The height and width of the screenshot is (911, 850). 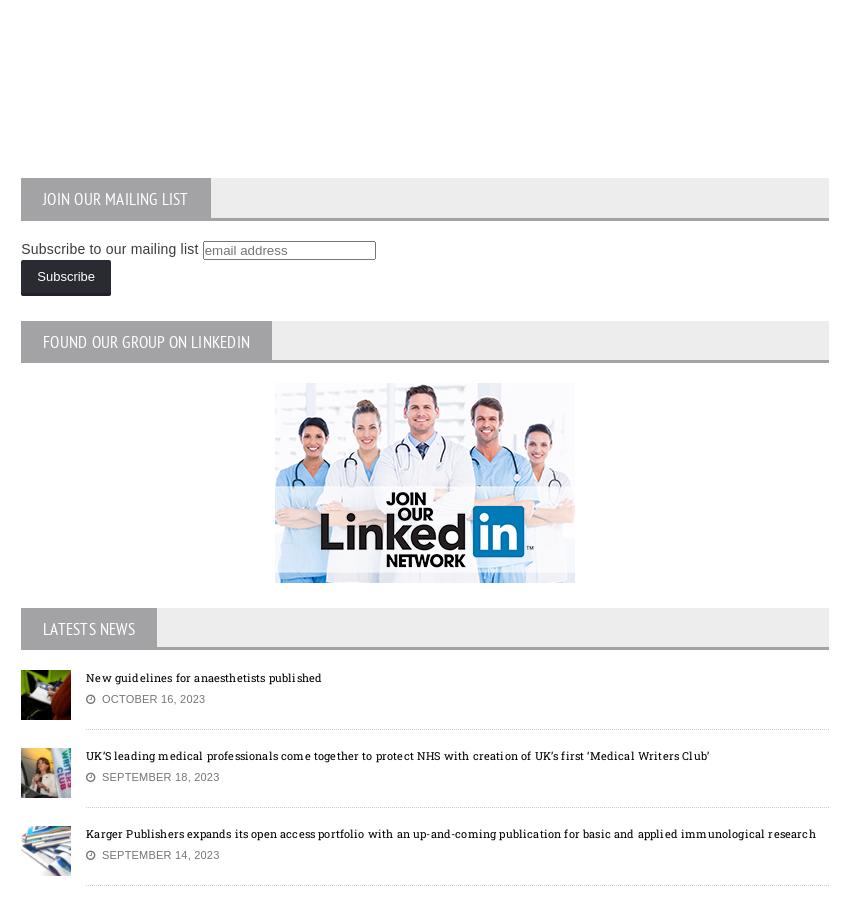 What do you see at coordinates (108, 246) in the screenshot?
I see `'Subscribe to our mailing list'` at bounding box center [108, 246].